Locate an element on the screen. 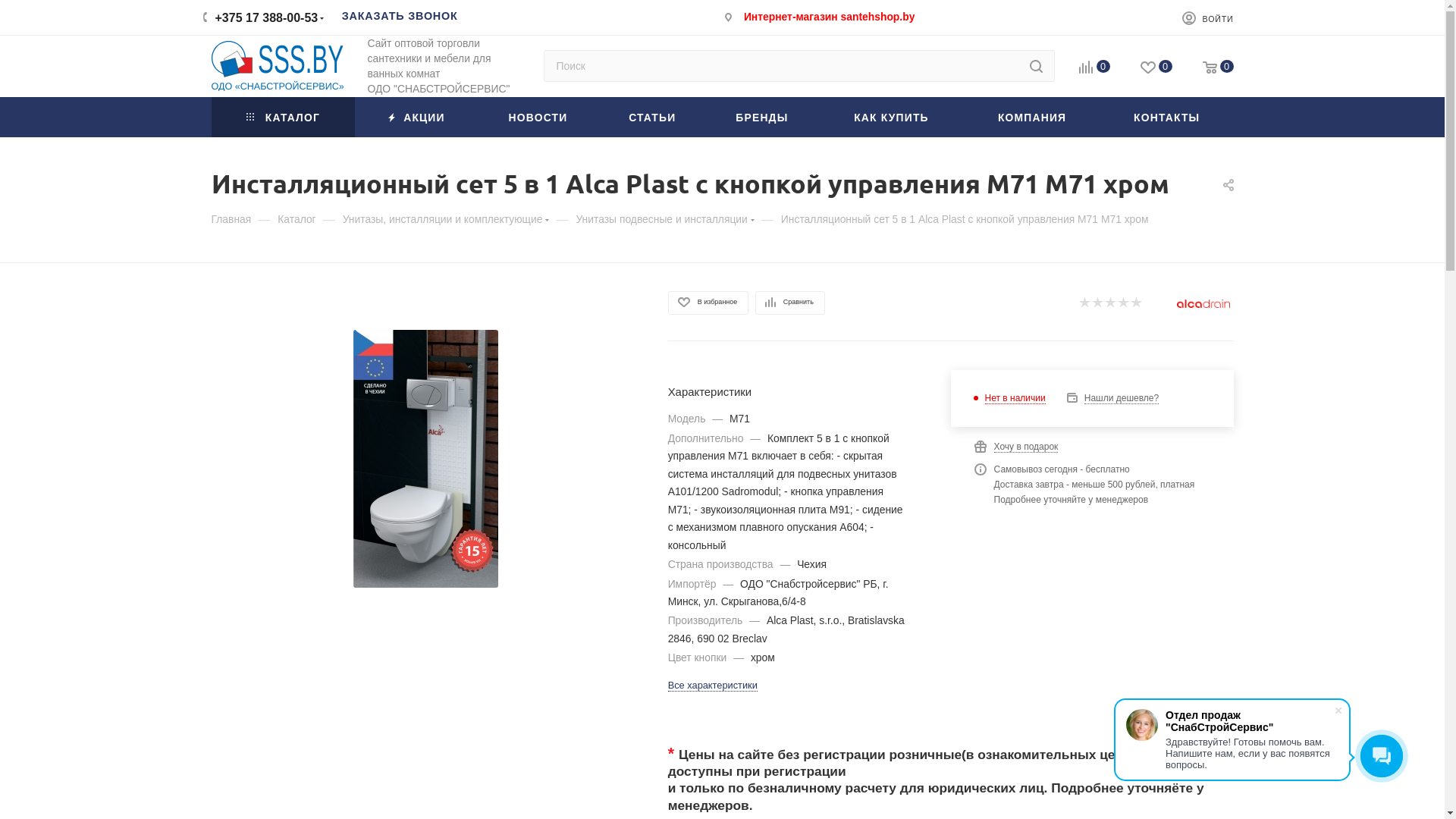 The width and height of the screenshot is (1456, 819). '0' is located at coordinates (1094, 68).